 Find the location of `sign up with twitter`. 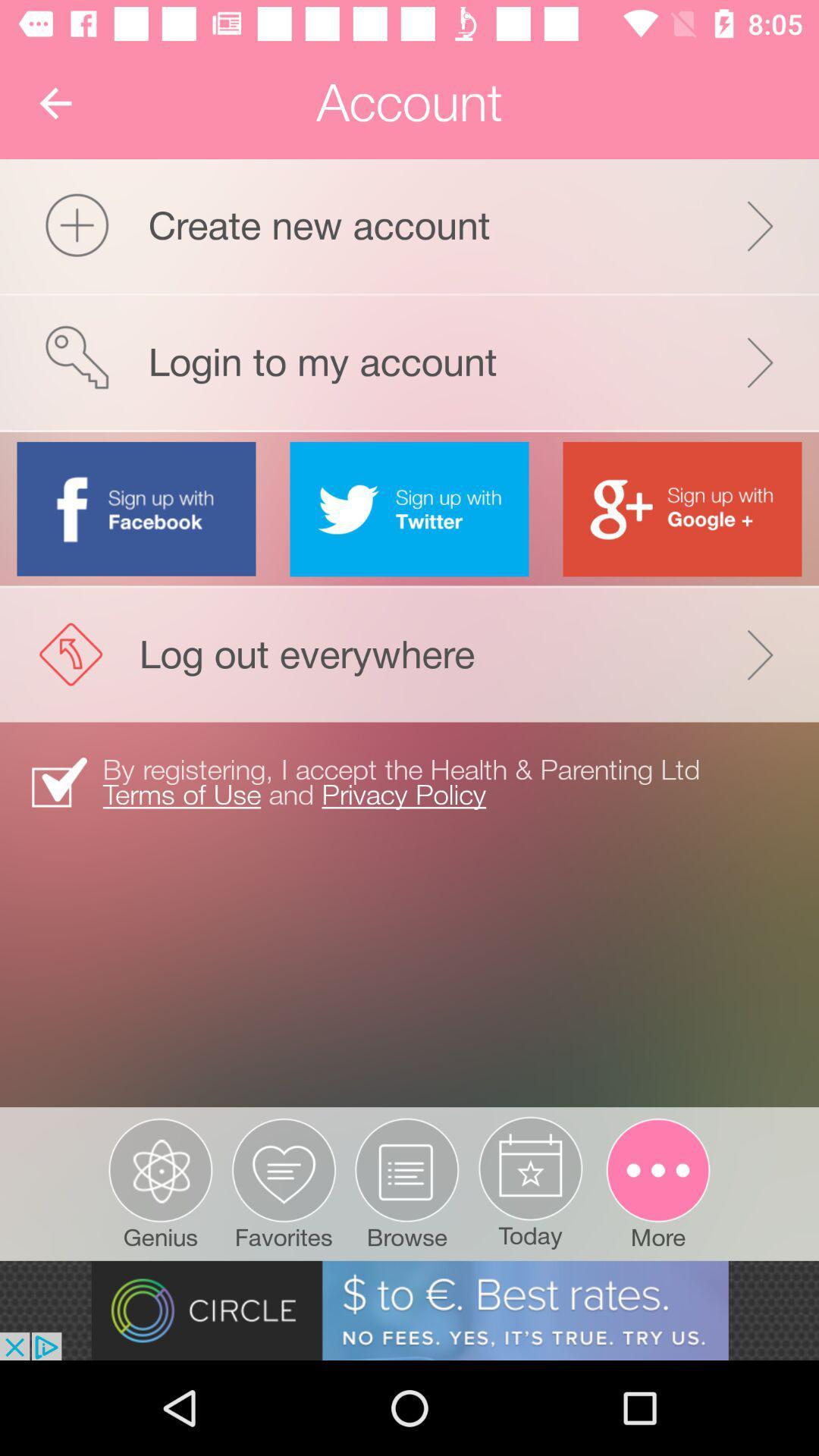

sign up with twitter is located at coordinates (409, 509).